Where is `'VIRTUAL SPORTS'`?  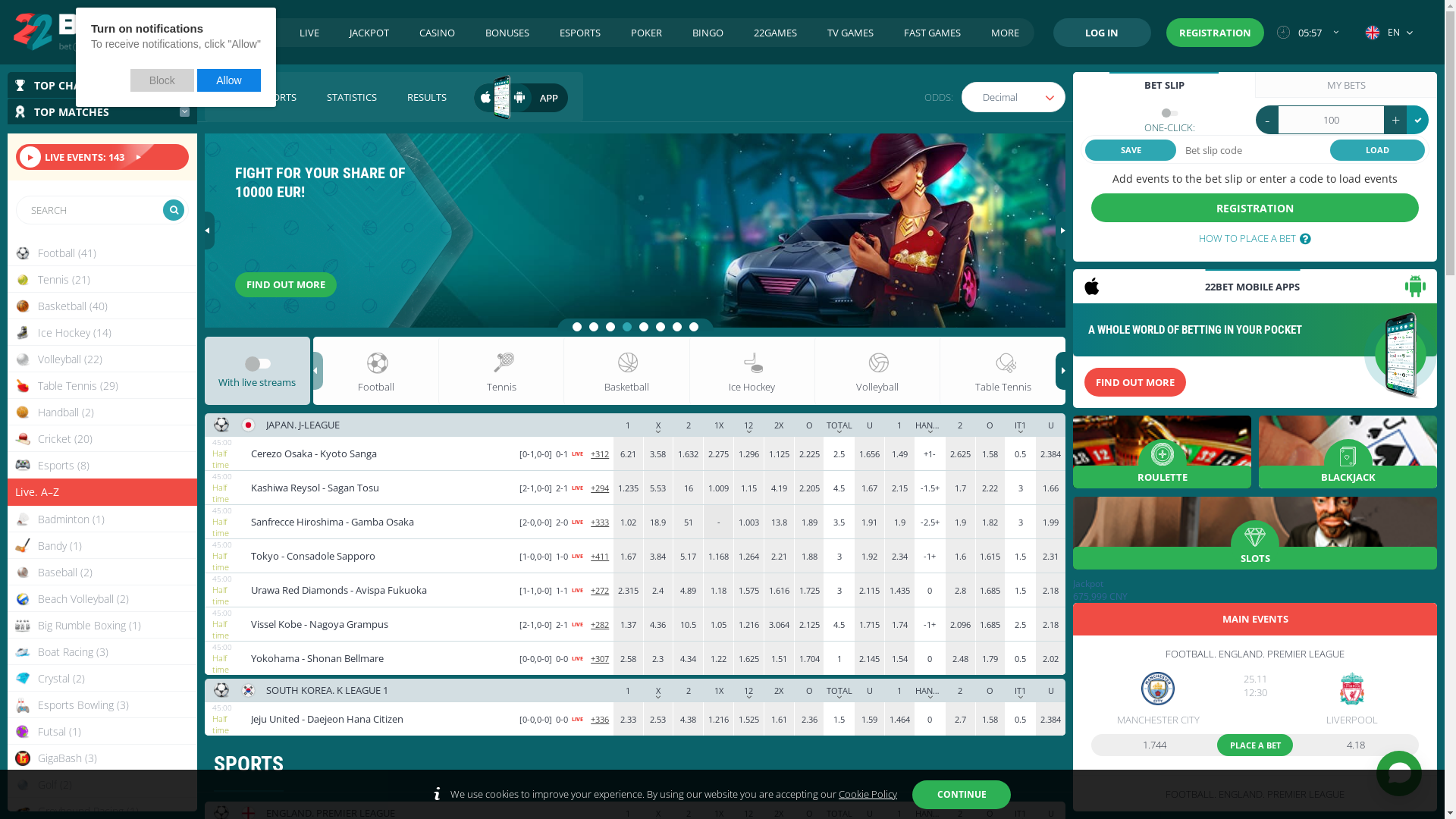 'VIRTUAL SPORTS' is located at coordinates (258, 96).